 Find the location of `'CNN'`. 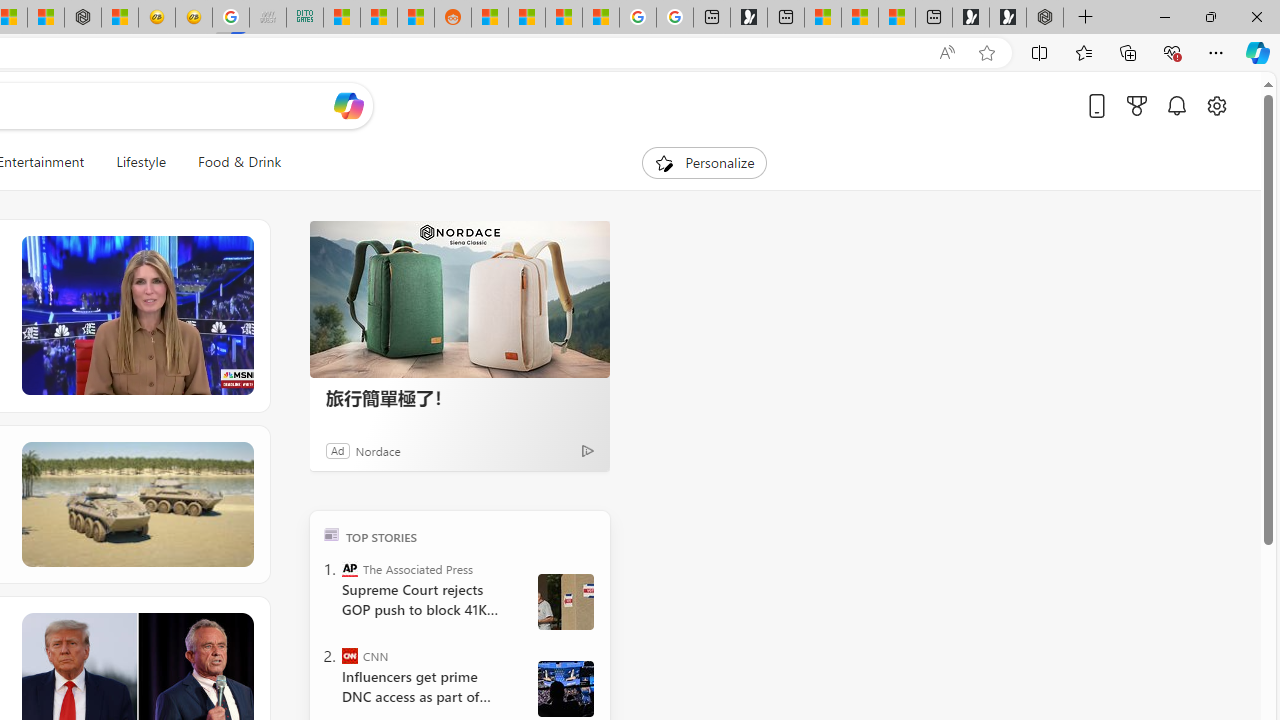

'CNN' is located at coordinates (350, 655).